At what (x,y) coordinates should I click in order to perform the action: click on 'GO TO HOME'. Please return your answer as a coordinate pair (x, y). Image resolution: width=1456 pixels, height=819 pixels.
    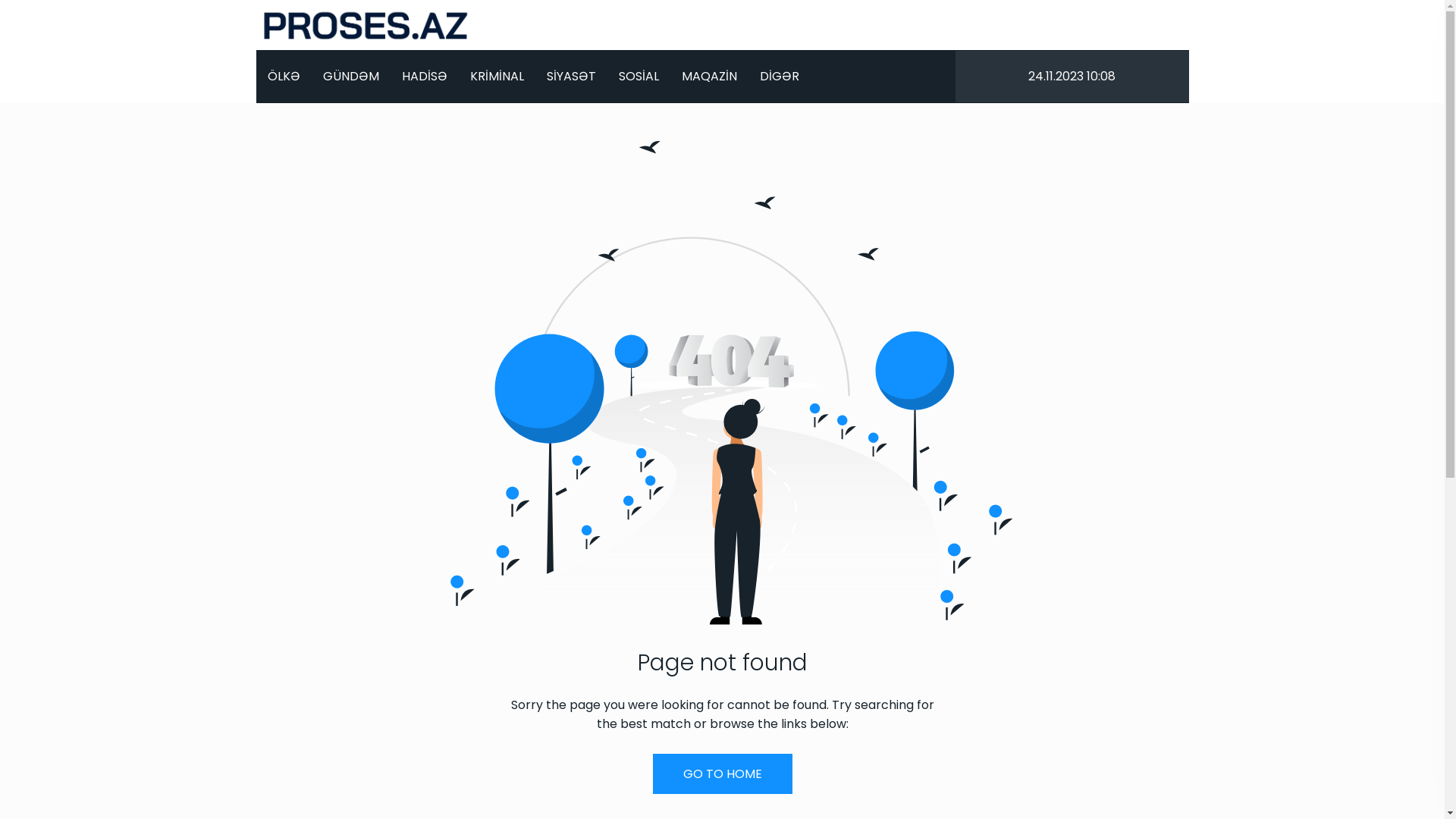
    Looking at the image, I should click on (720, 773).